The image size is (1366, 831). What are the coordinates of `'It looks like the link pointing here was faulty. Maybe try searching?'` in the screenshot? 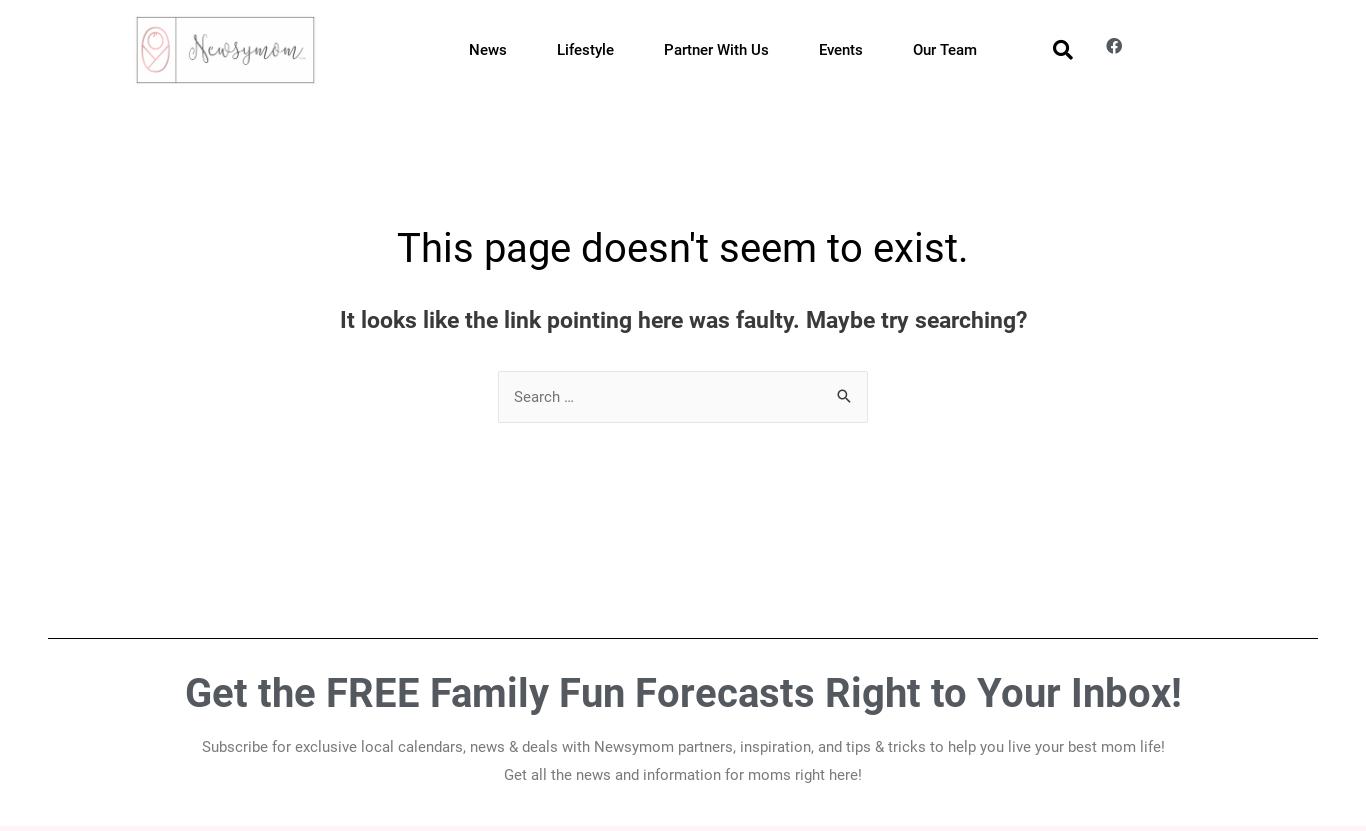 It's located at (681, 319).